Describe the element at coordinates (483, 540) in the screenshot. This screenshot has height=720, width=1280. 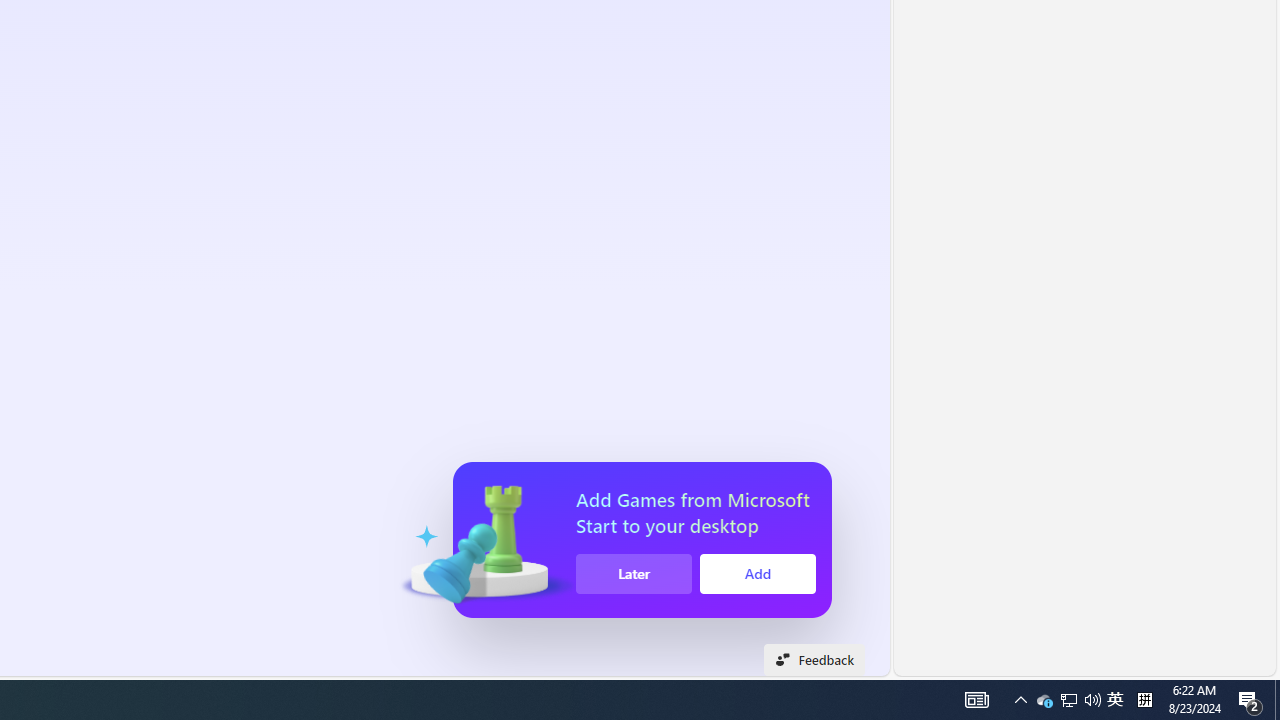
I see `'Class: pwa-upsell-icon'` at that location.